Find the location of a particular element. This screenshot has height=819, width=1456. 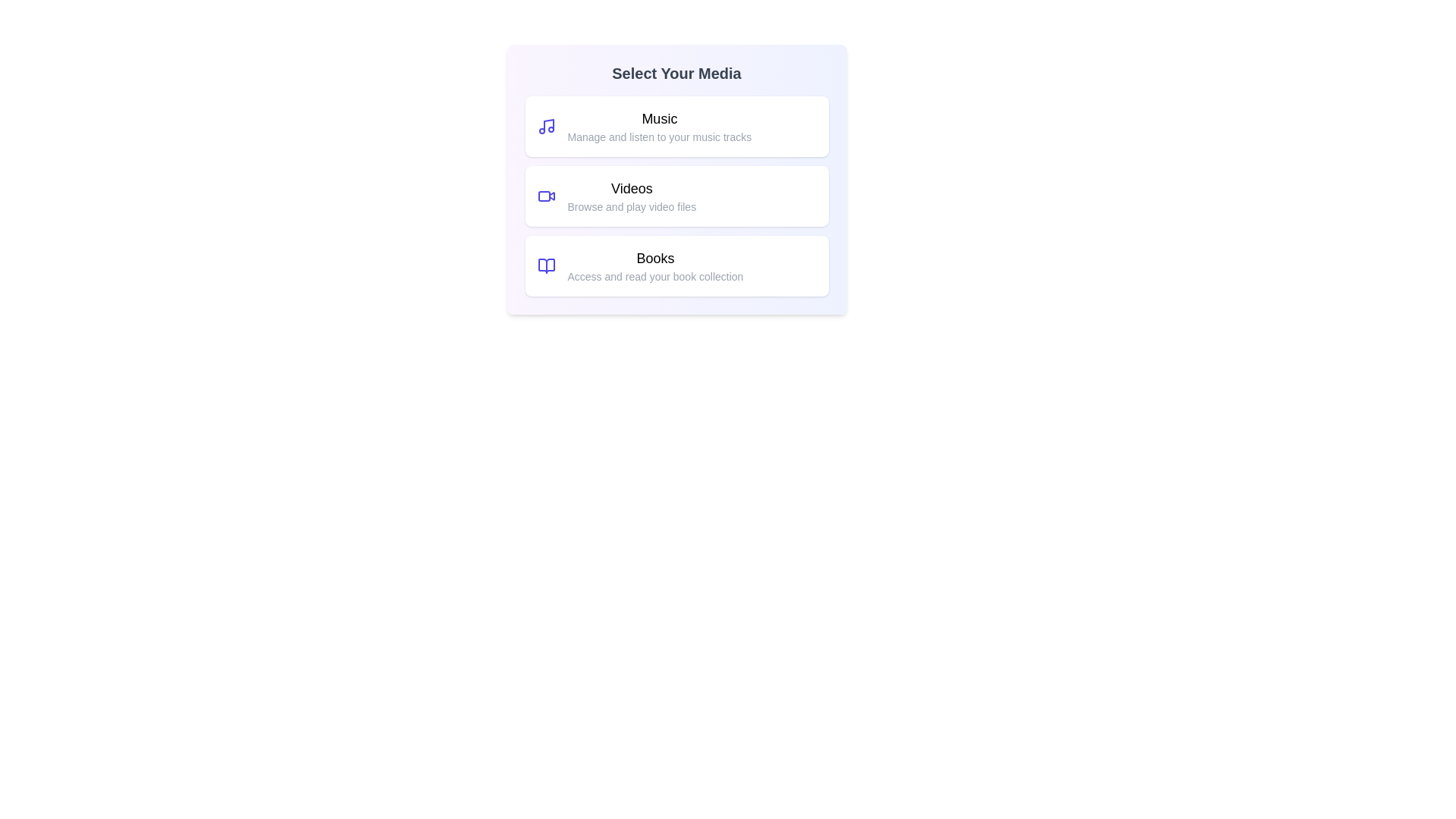

the media option Videos to see the hover effect is located at coordinates (676, 195).